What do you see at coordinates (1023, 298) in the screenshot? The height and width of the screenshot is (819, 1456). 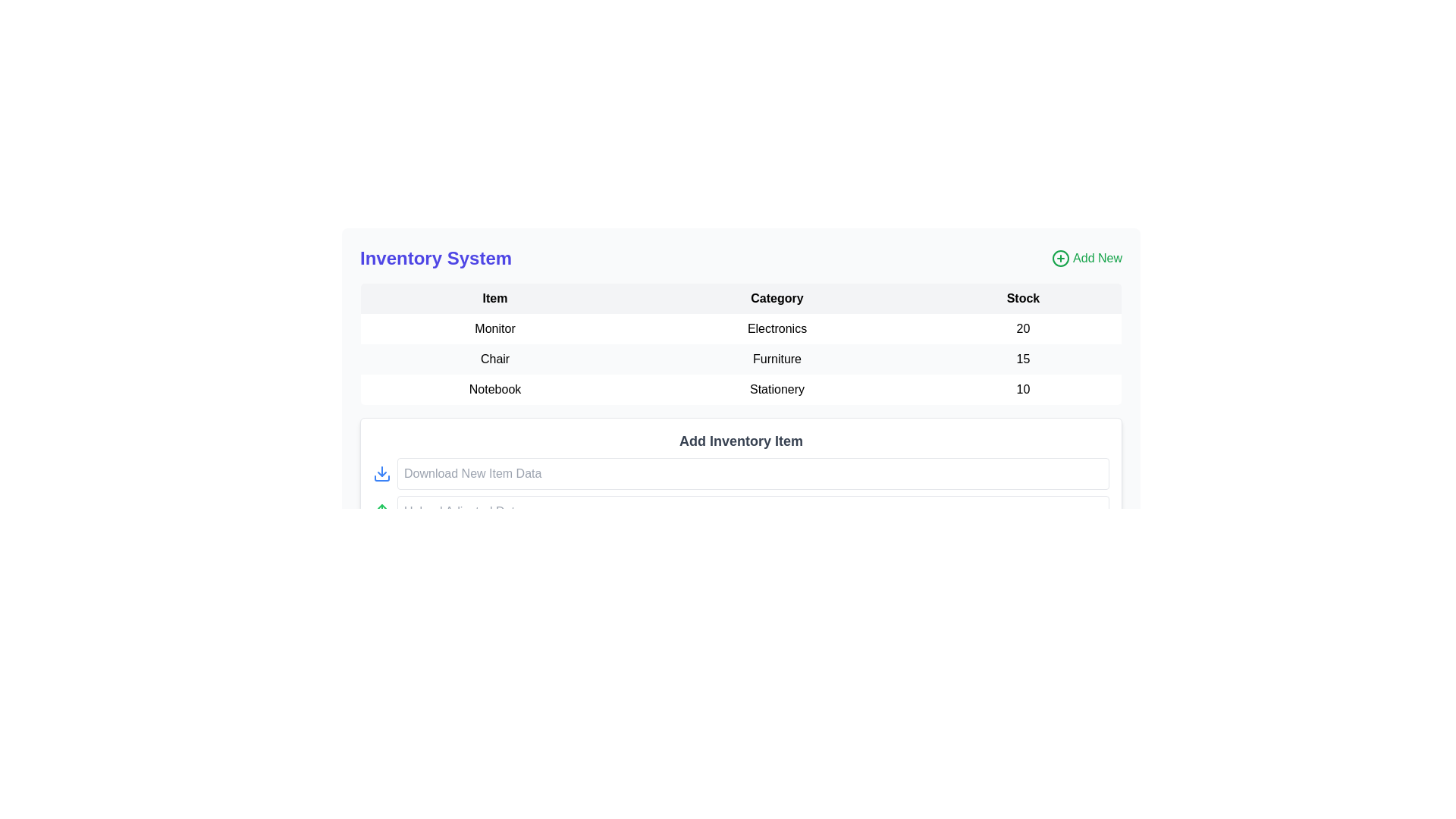 I see `the text label displaying 'Stock' in the top-right corner of the header row` at bounding box center [1023, 298].